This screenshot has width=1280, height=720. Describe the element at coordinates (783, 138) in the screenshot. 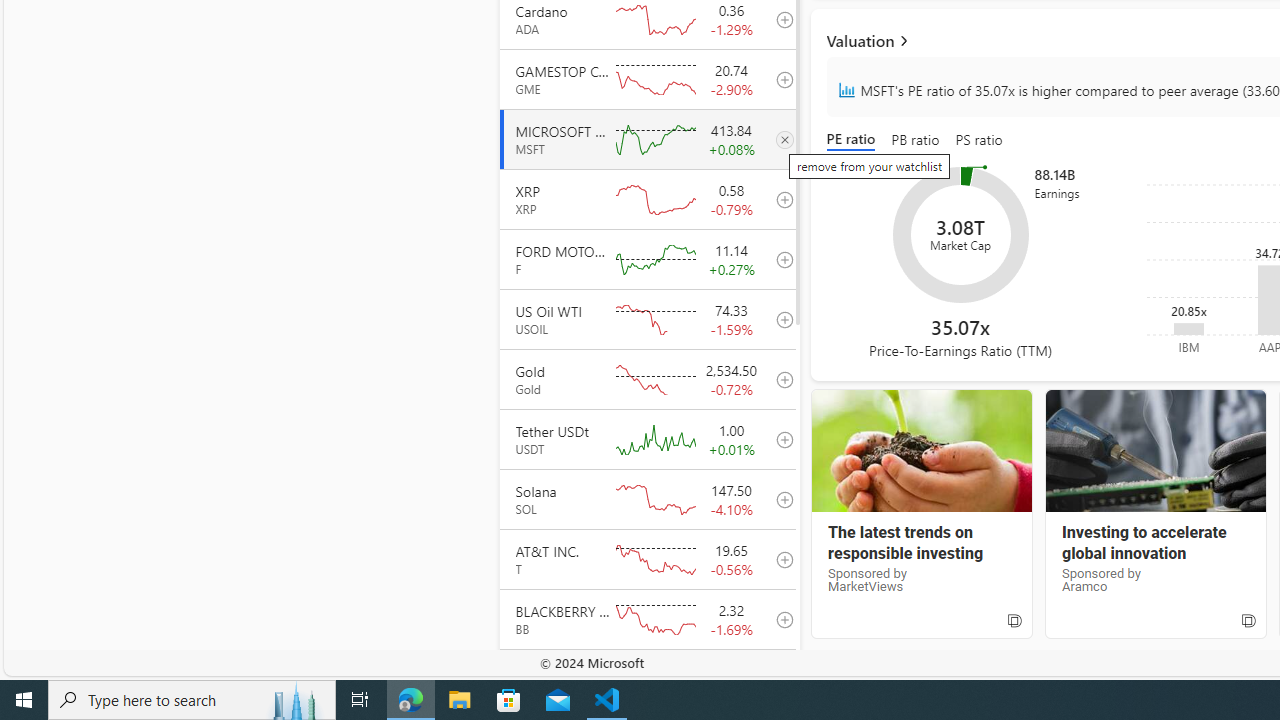

I see `'Class: removeIcon'` at that location.